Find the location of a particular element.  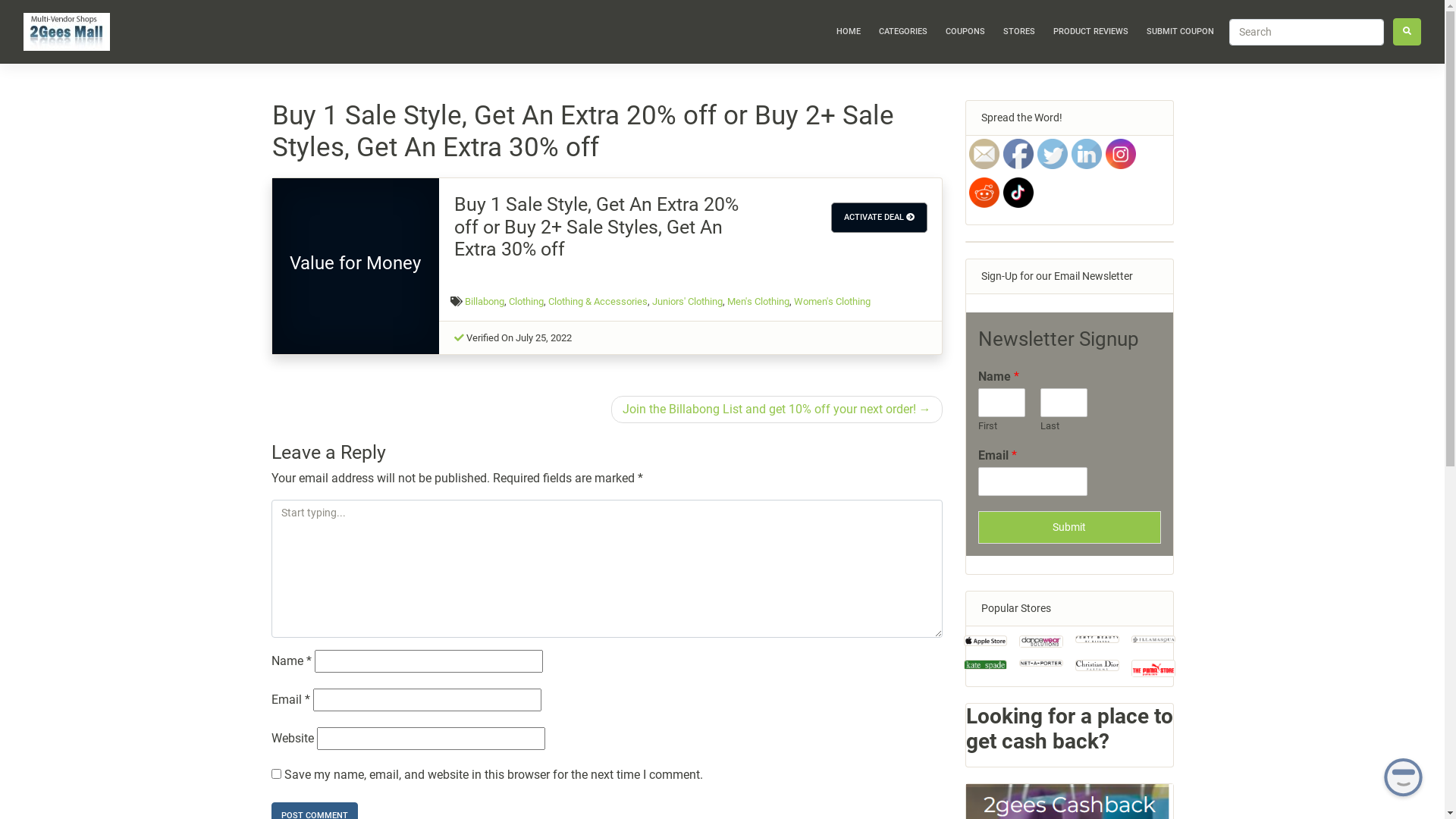

'Billabong' is located at coordinates (483, 301).